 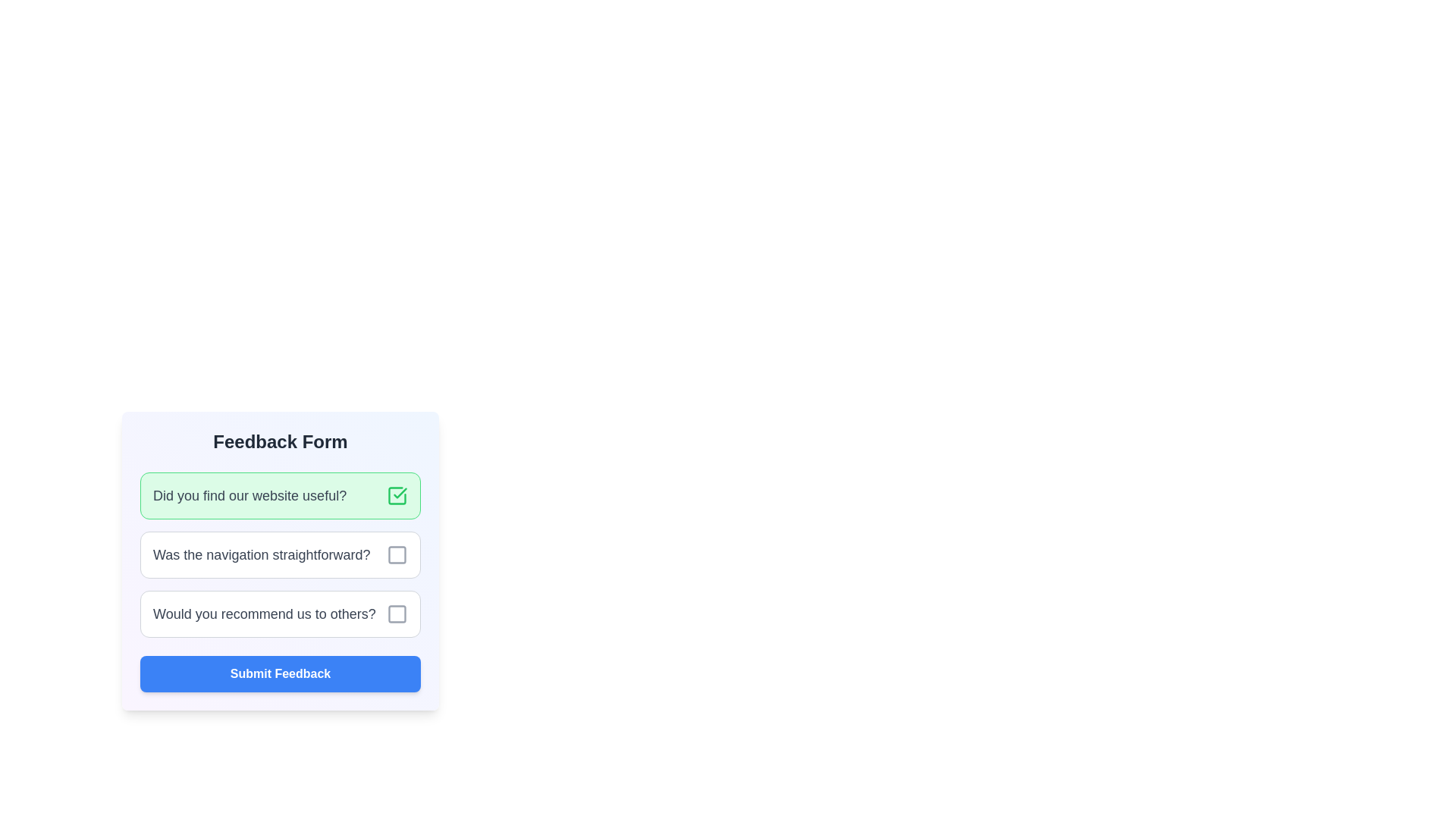 I want to click on the 'Submit Feedback' button to submit the form, so click(x=280, y=673).